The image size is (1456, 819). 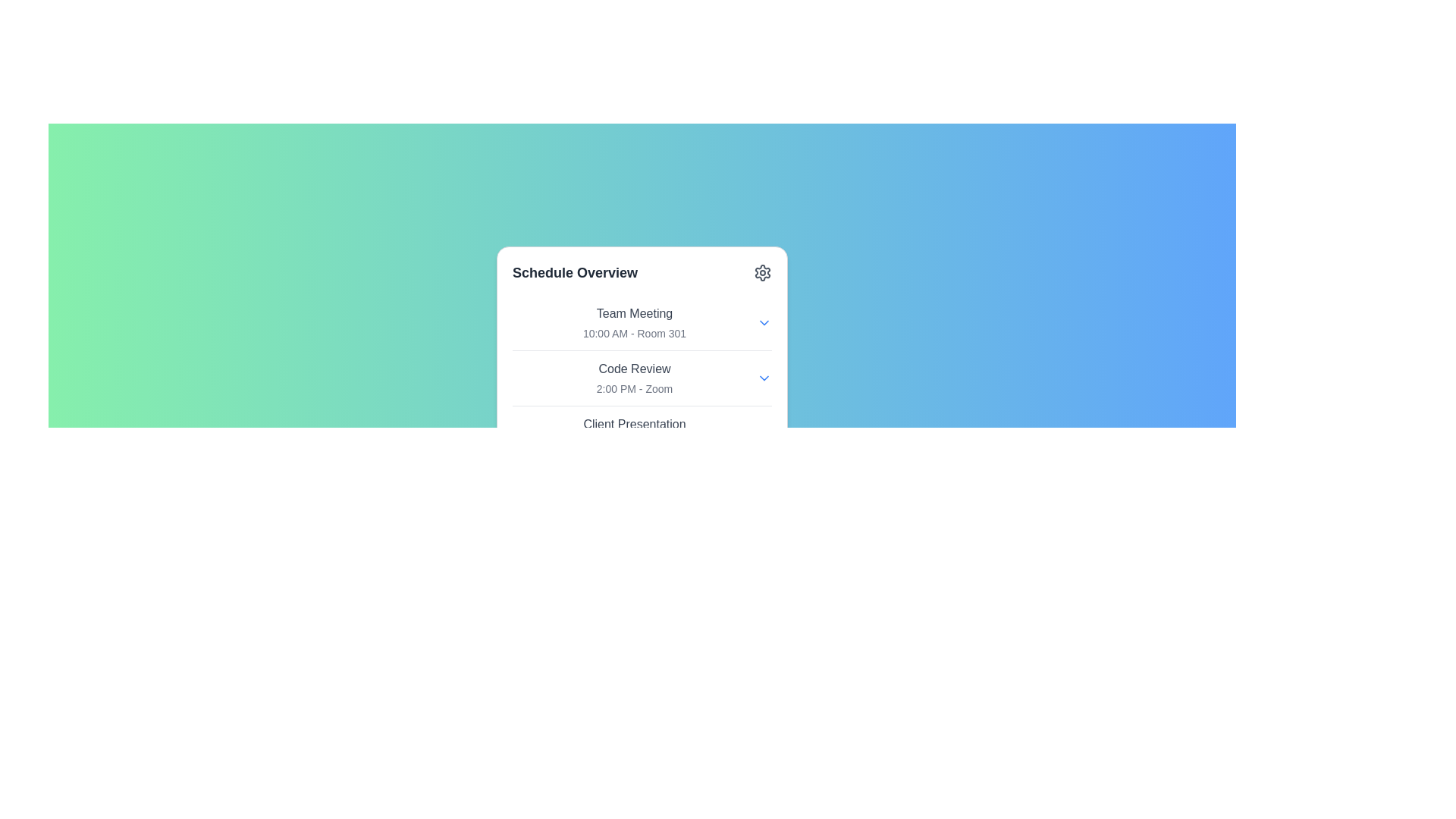 What do you see at coordinates (634, 312) in the screenshot?
I see `text label displaying 'Team Meeting' located in the 'Schedule Overview' panel, which is styled as a list item header` at bounding box center [634, 312].